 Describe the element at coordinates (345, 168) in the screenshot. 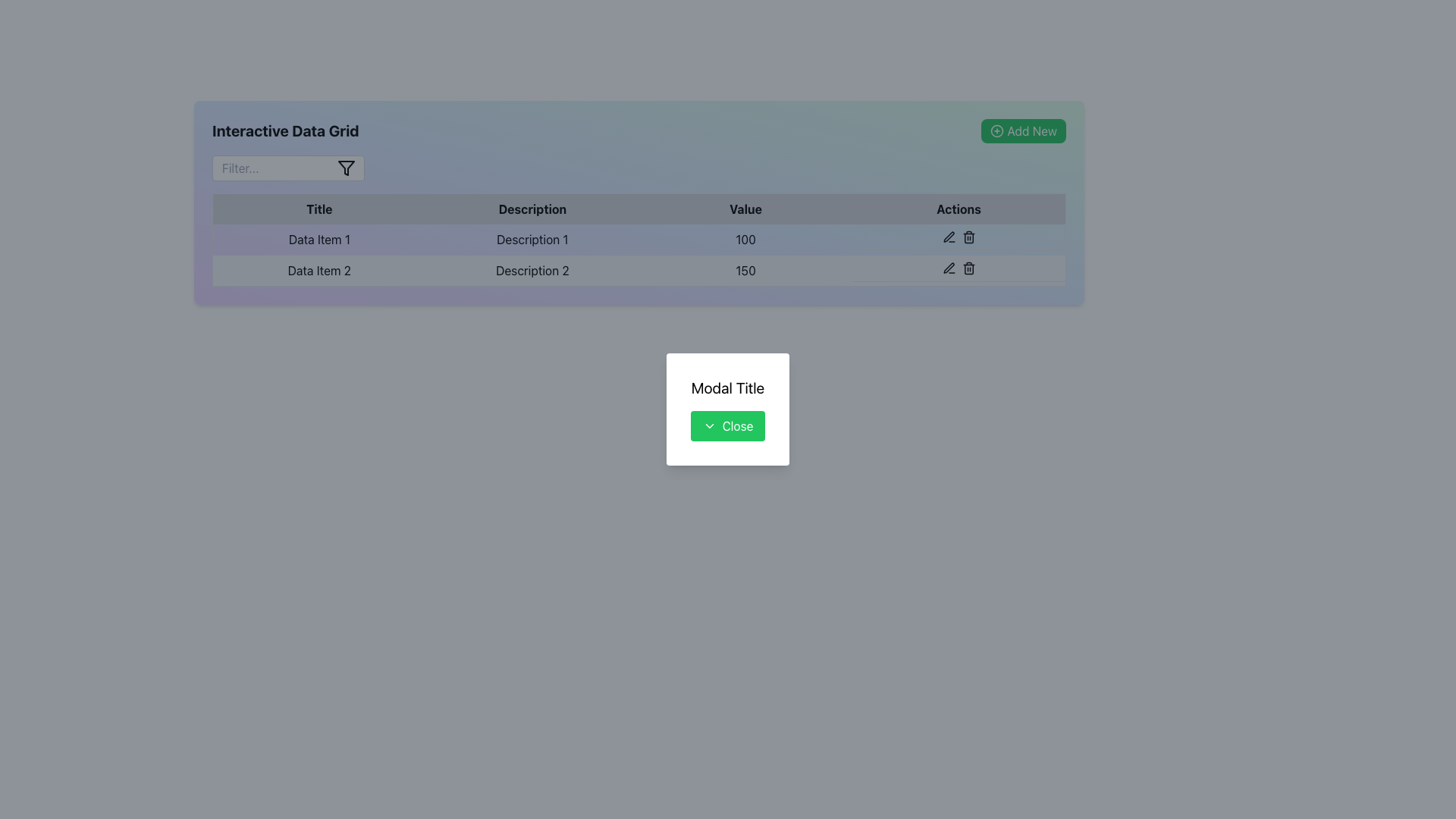

I see `the filter icon, which resembles a funnel, located at the right edge of the filter input field to apply or toggle a filter` at that location.